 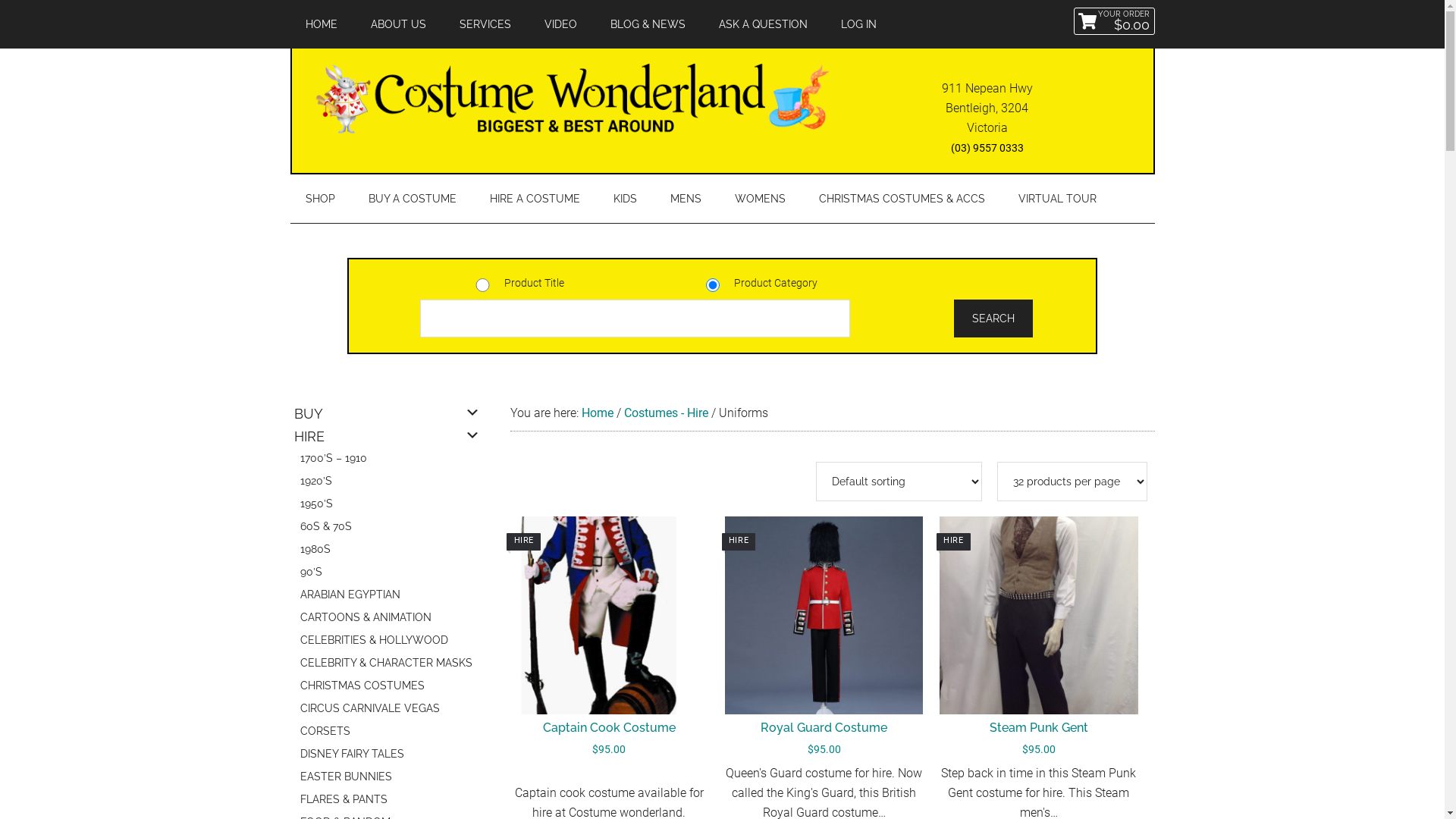 What do you see at coordinates (386, 687) in the screenshot?
I see `'CHRISTMAS COSTUMES'` at bounding box center [386, 687].